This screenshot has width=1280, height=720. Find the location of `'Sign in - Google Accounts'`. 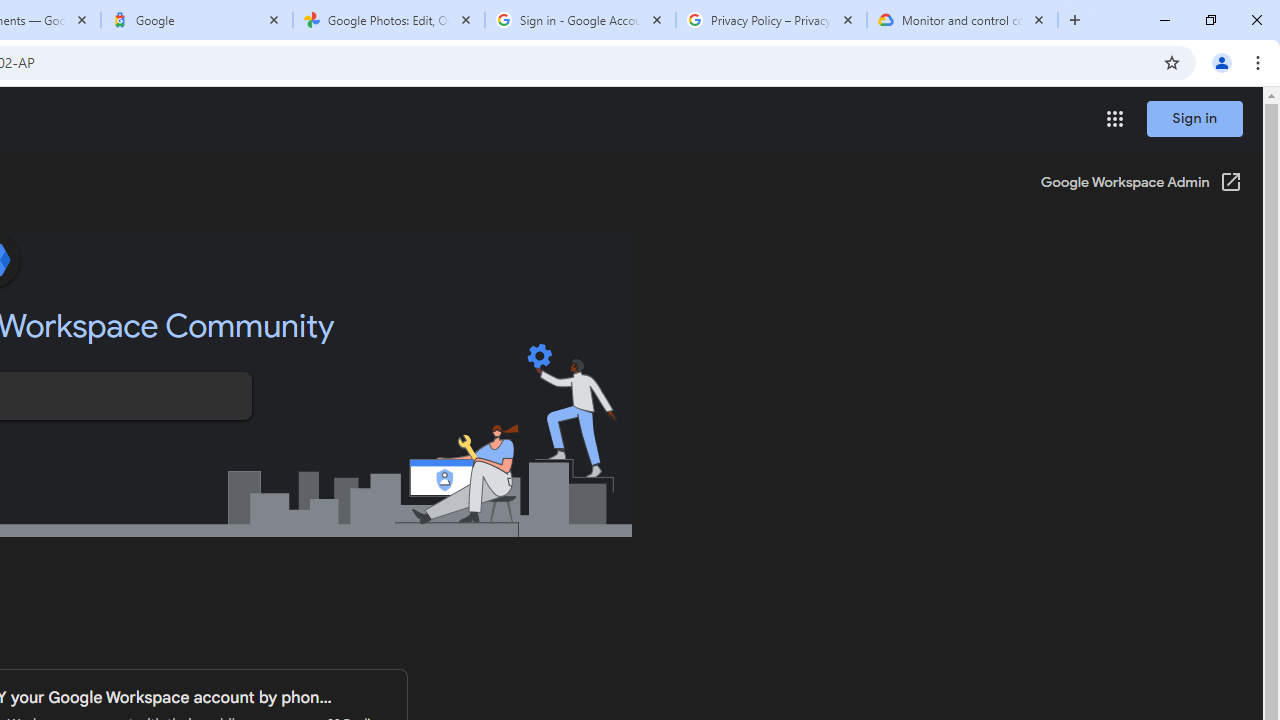

'Sign in - Google Accounts' is located at coordinates (579, 20).